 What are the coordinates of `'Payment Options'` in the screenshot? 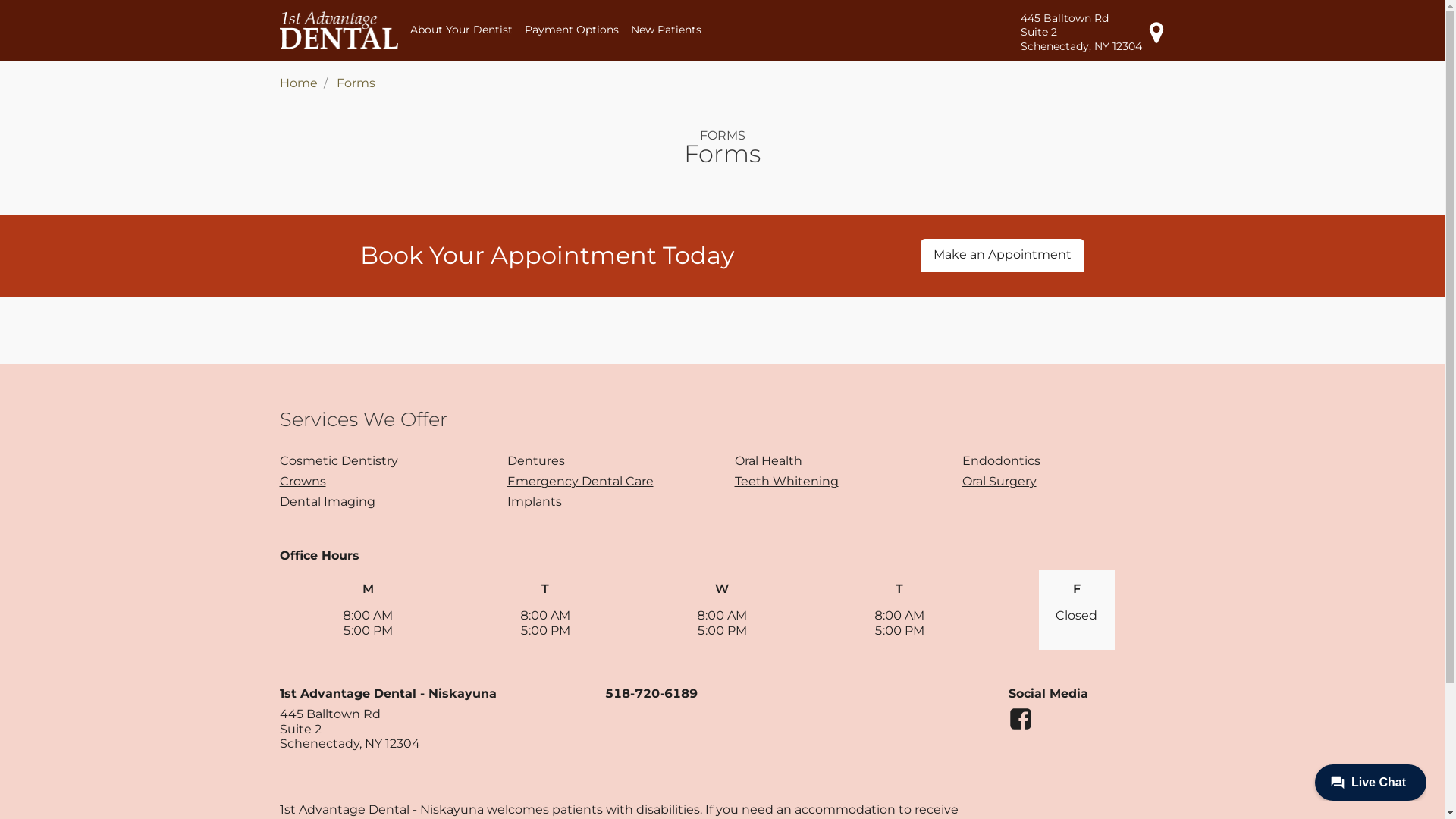 It's located at (570, 30).